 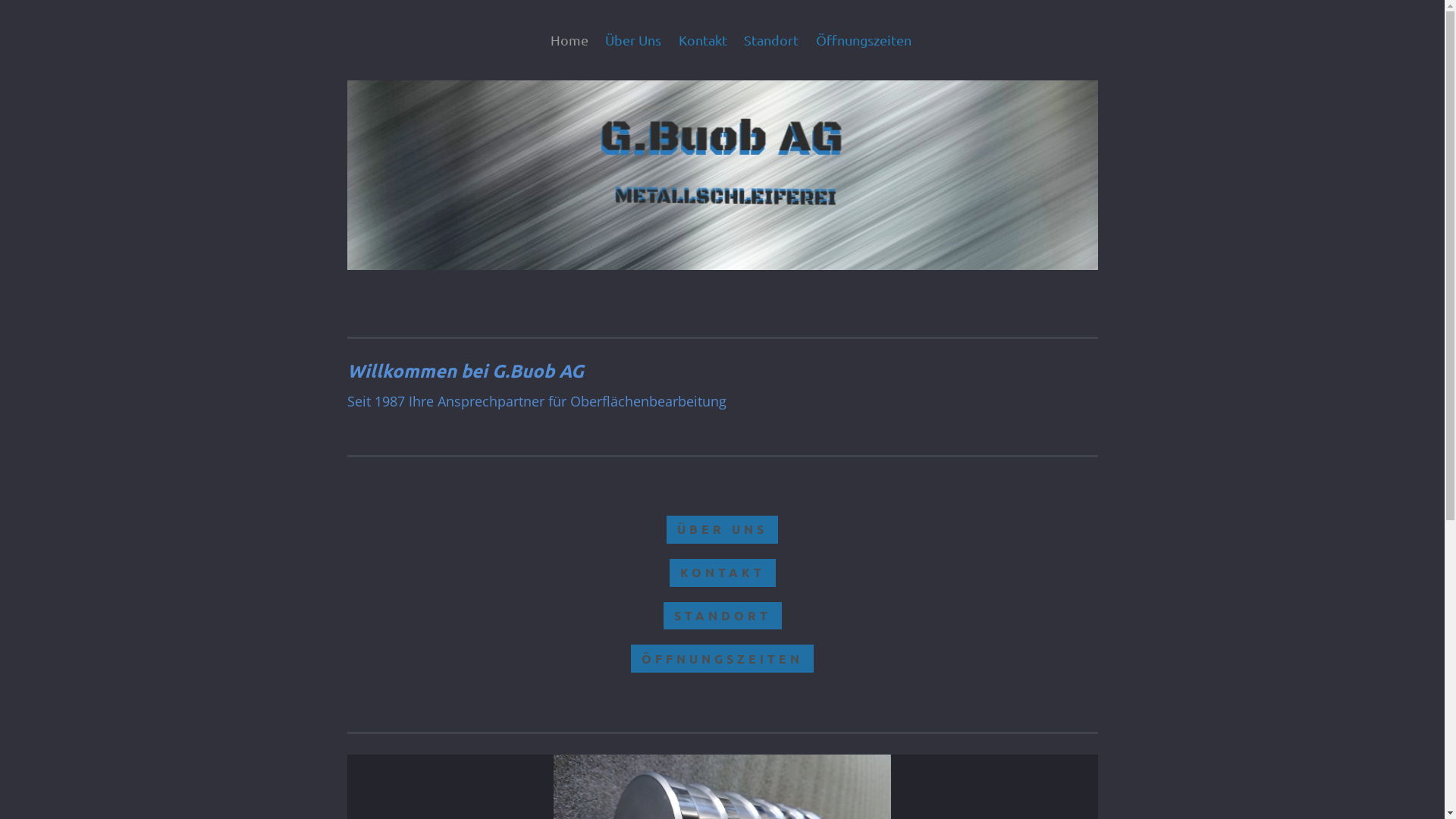 I want to click on 'Home', so click(x=572, y=39).